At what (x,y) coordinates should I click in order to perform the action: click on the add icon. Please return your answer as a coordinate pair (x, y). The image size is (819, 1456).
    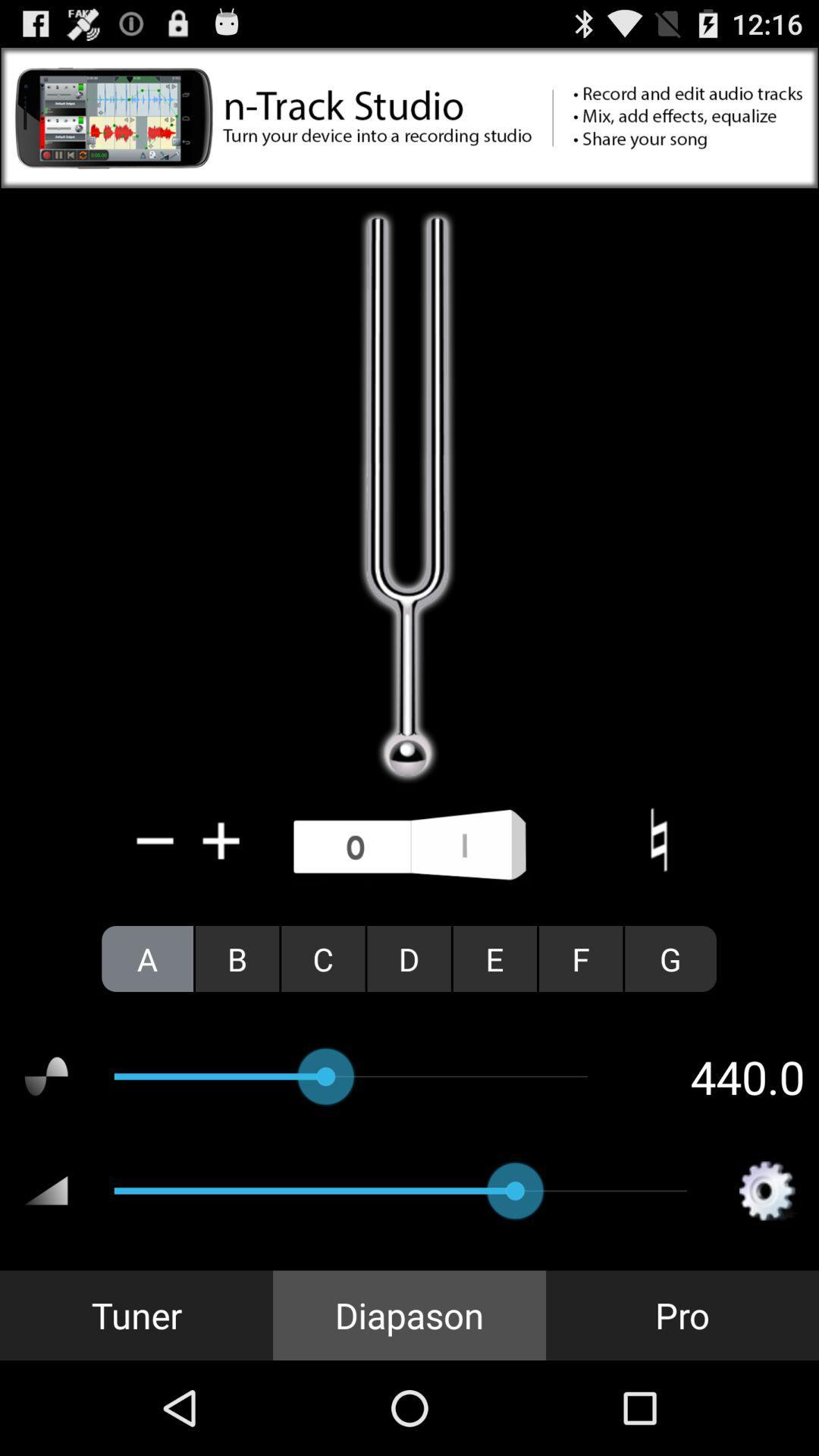
    Looking at the image, I should click on (221, 899).